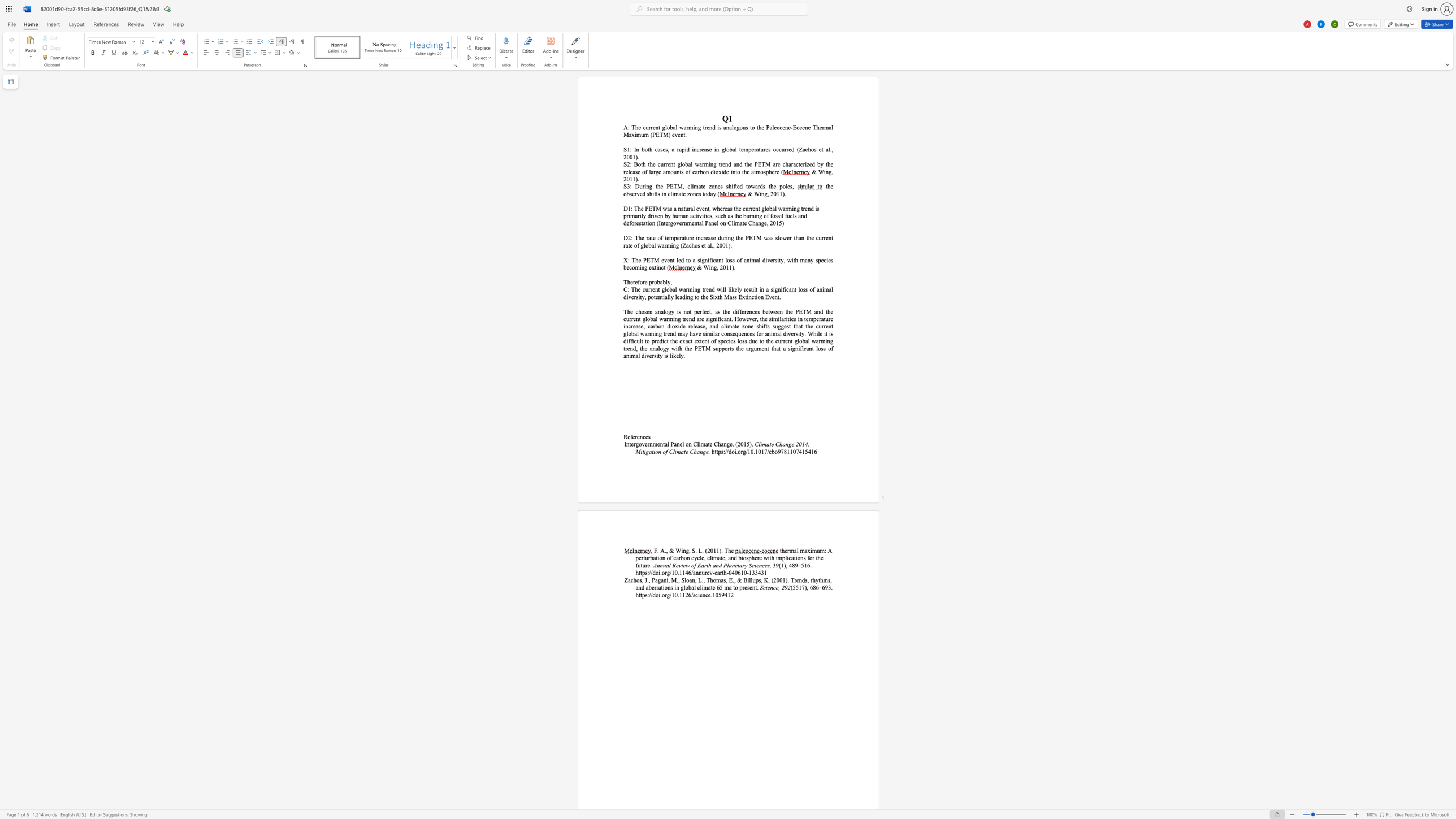 The height and width of the screenshot is (819, 1456). Describe the element at coordinates (739, 289) in the screenshot. I see `the space between the continuous character "l" and "y" in the text` at that location.